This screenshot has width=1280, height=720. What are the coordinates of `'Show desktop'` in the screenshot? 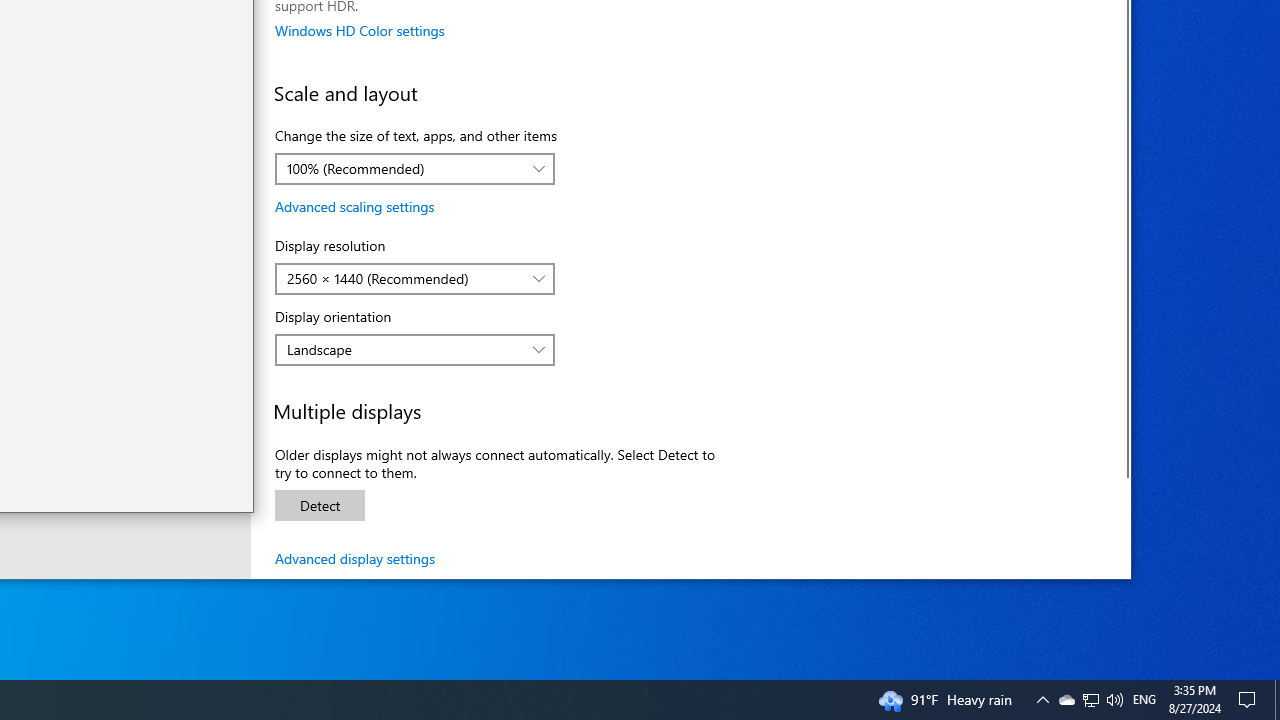 It's located at (1276, 698).